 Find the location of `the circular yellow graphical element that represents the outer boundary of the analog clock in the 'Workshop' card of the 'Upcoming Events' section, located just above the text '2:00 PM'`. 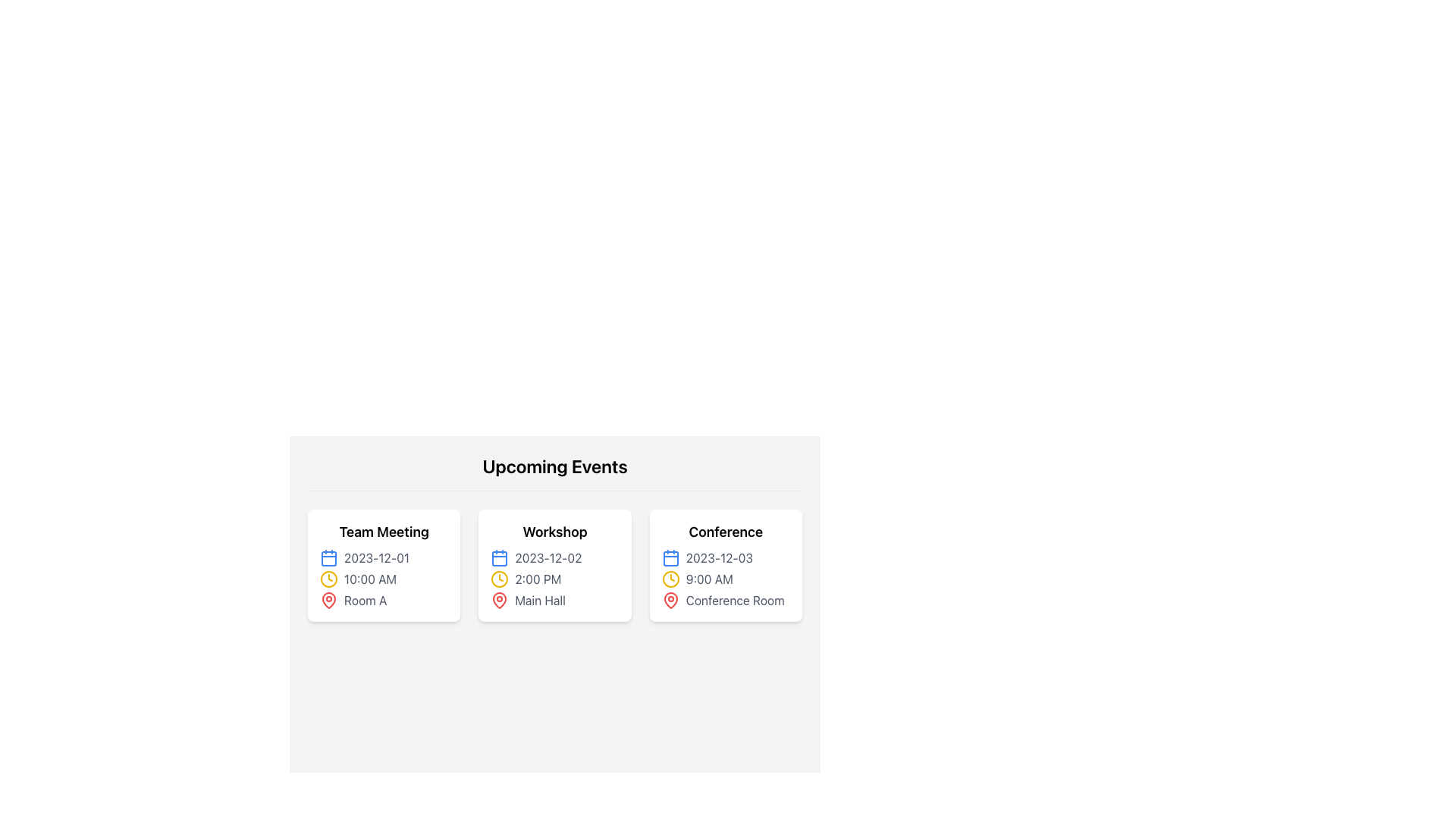

the circular yellow graphical element that represents the outer boundary of the analog clock in the 'Workshop' card of the 'Upcoming Events' section, located just above the text '2:00 PM' is located at coordinates (670, 579).